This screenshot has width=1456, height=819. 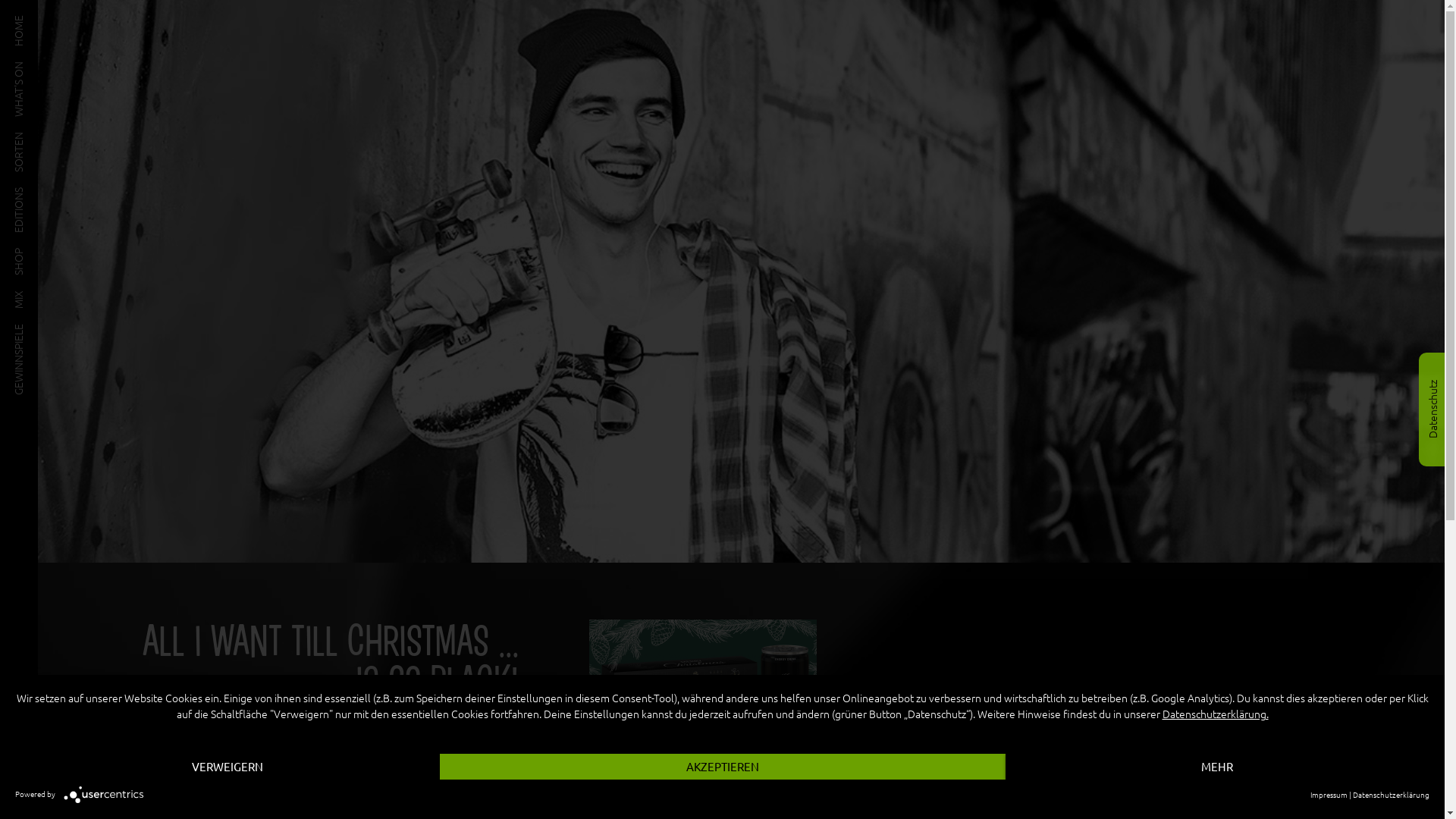 What do you see at coordinates (36, 192) in the screenshot?
I see `'EDITIONS'` at bounding box center [36, 192].